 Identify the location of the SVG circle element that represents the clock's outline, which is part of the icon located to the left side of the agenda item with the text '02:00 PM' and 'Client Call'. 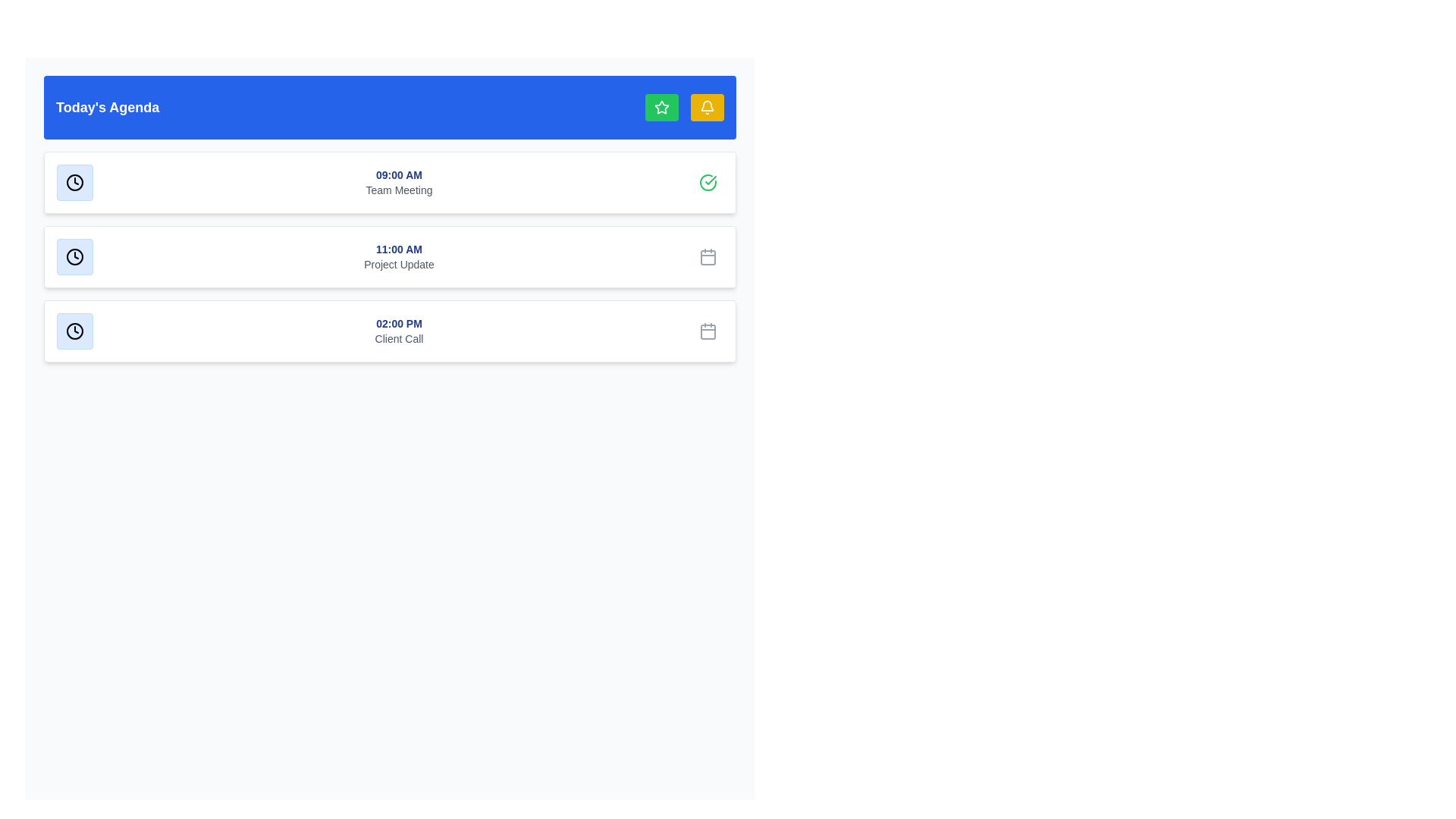
(74, 330).